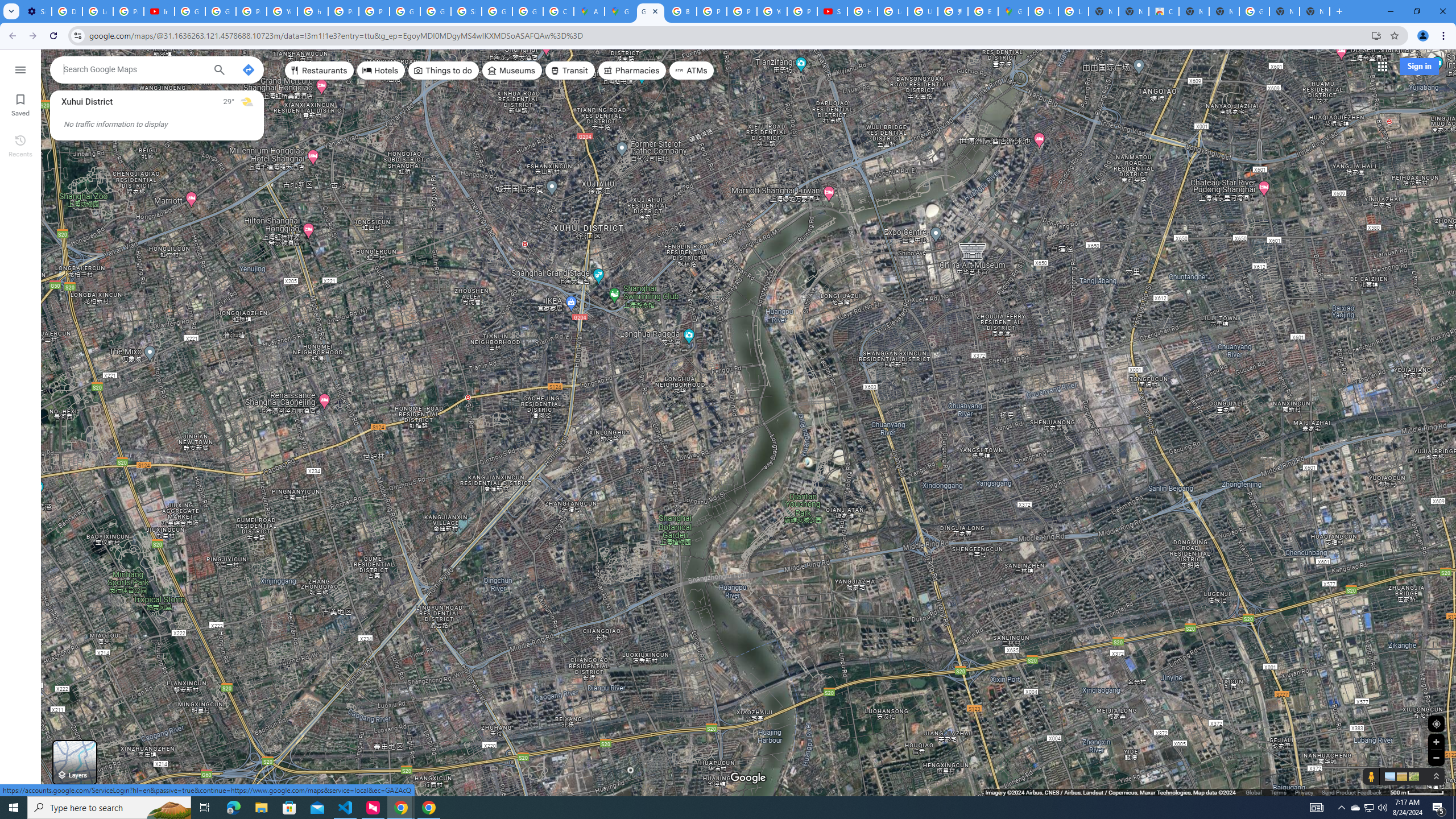 The height and width of the screenshot is (819, 1456). I want to click on 'Show Street View coverage', so click(1371, 776).